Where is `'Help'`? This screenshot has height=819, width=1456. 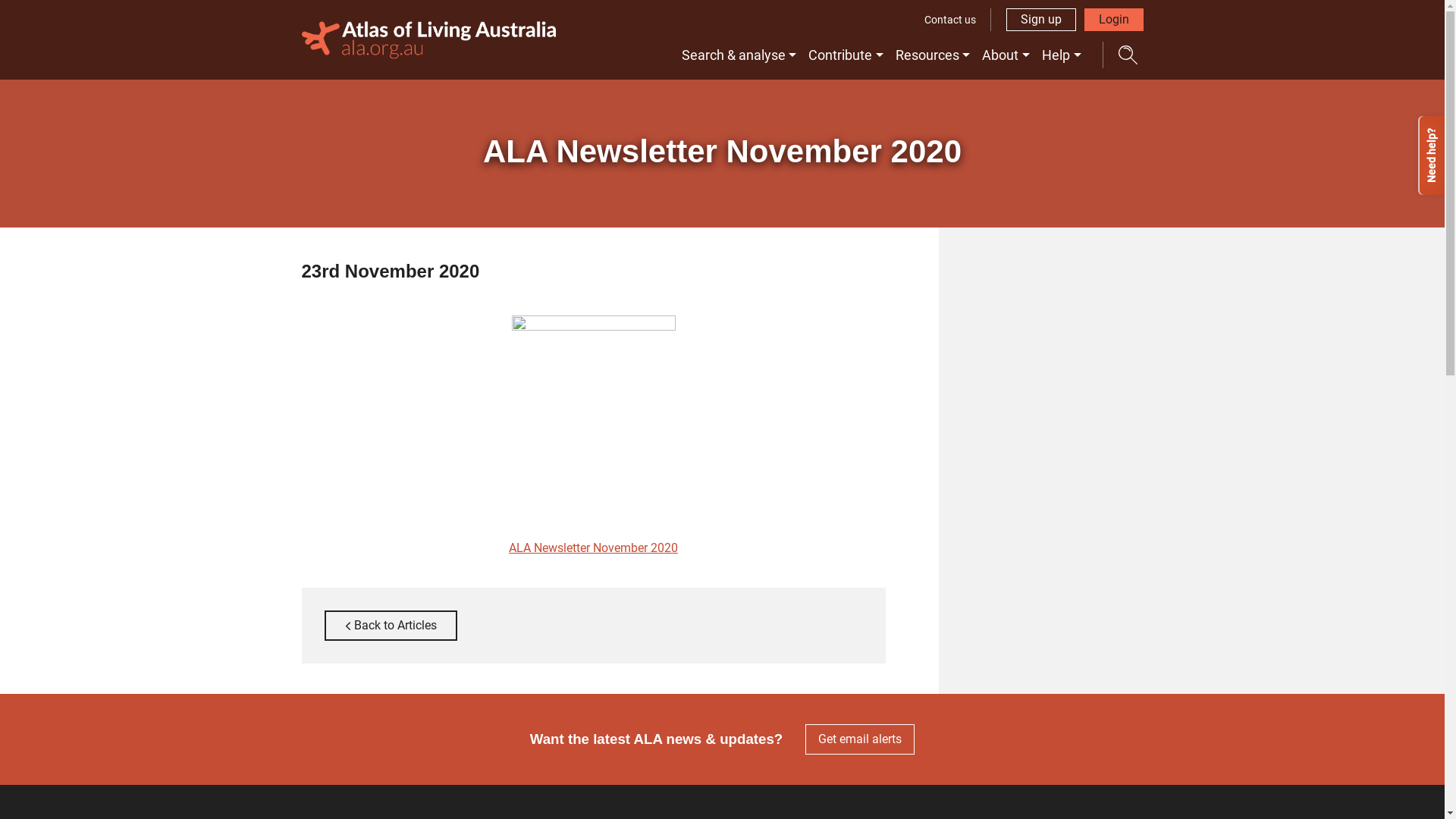
'Help' is located at coordinates (1061, 54).